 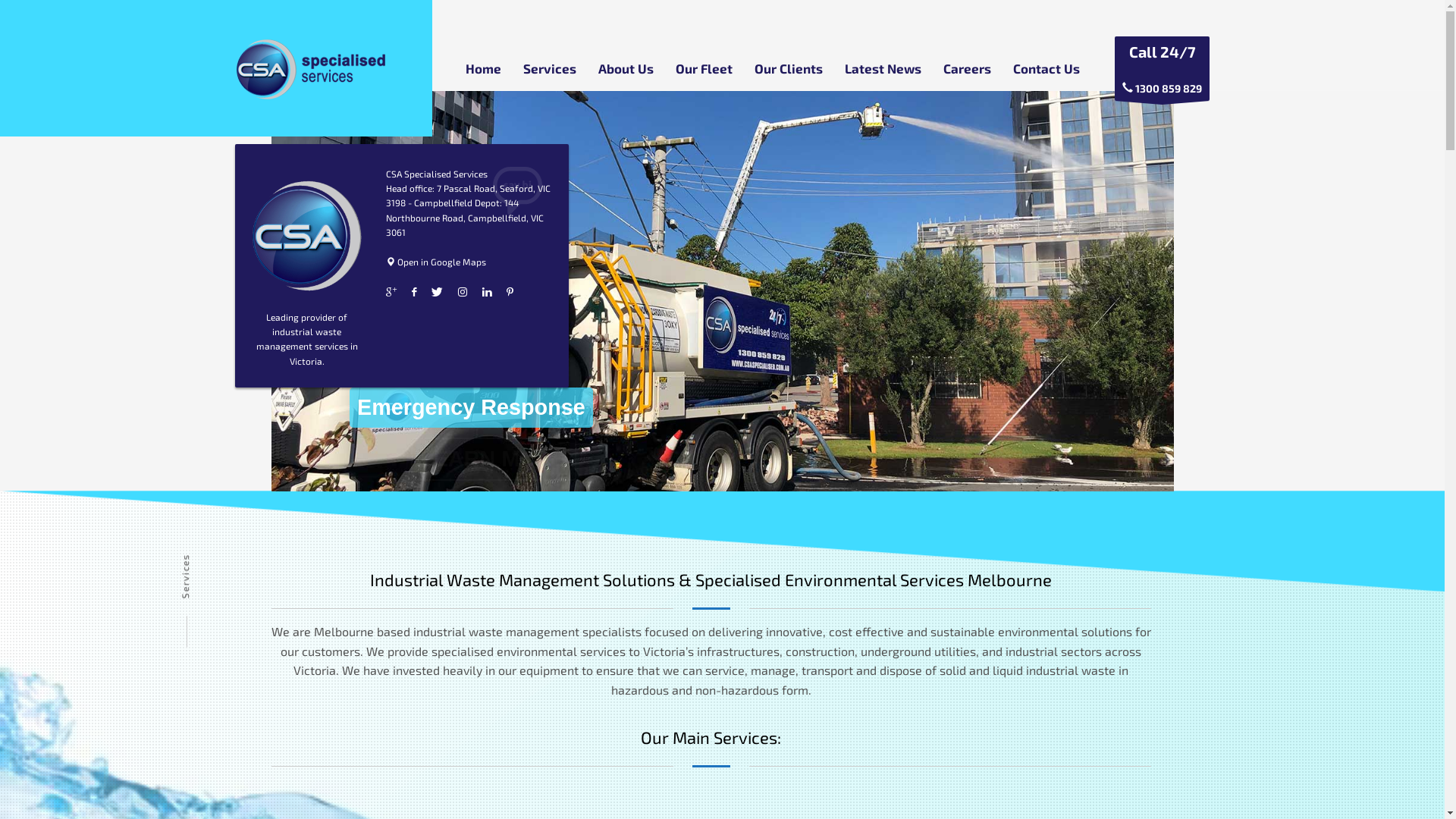 What do you see at coordinates (1161, 68) in the screenshot?
I see `'Call 24/7` at bounding box center [1161, 68].